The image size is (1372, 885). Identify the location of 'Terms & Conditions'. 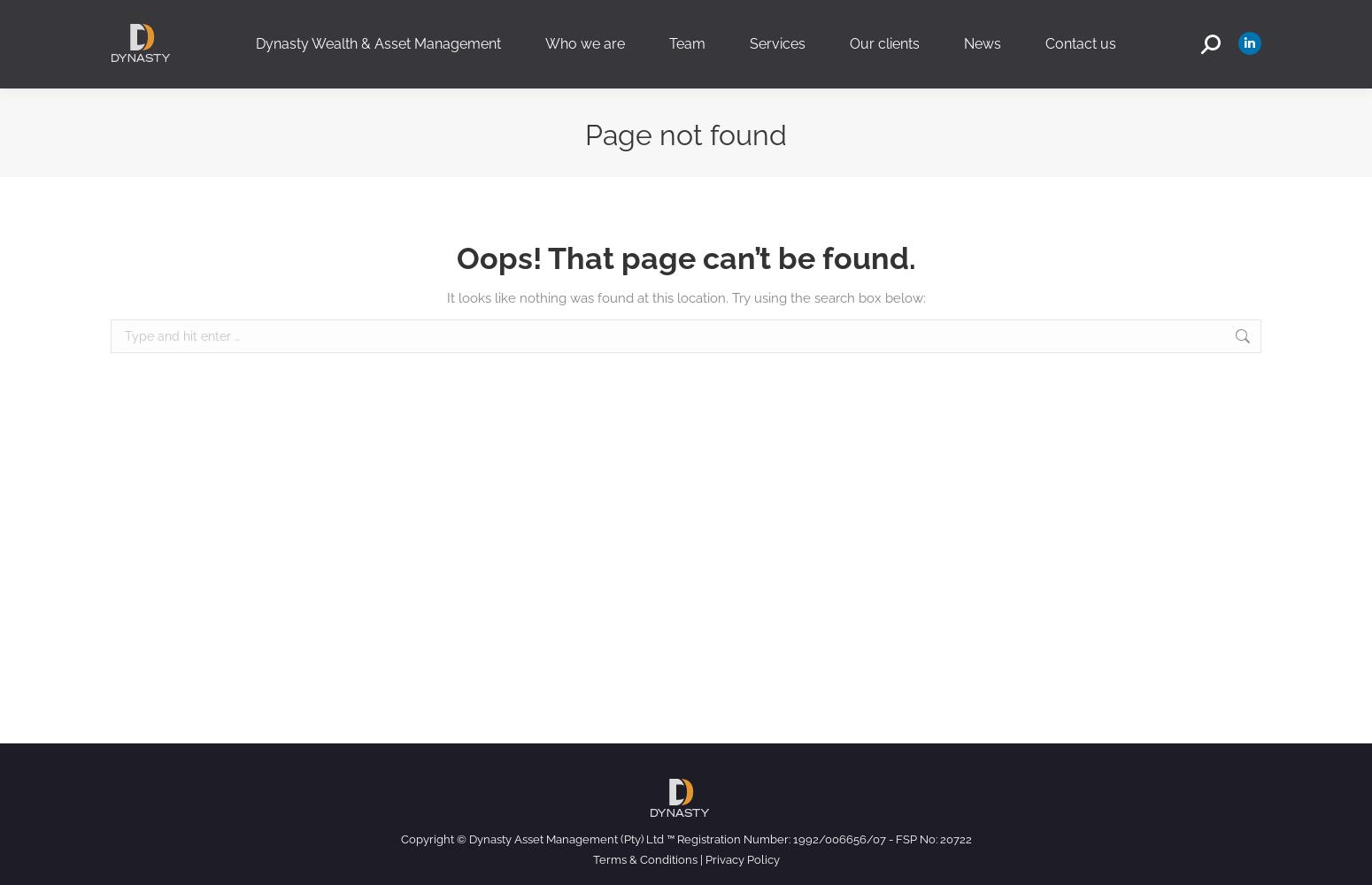
(644, 858).